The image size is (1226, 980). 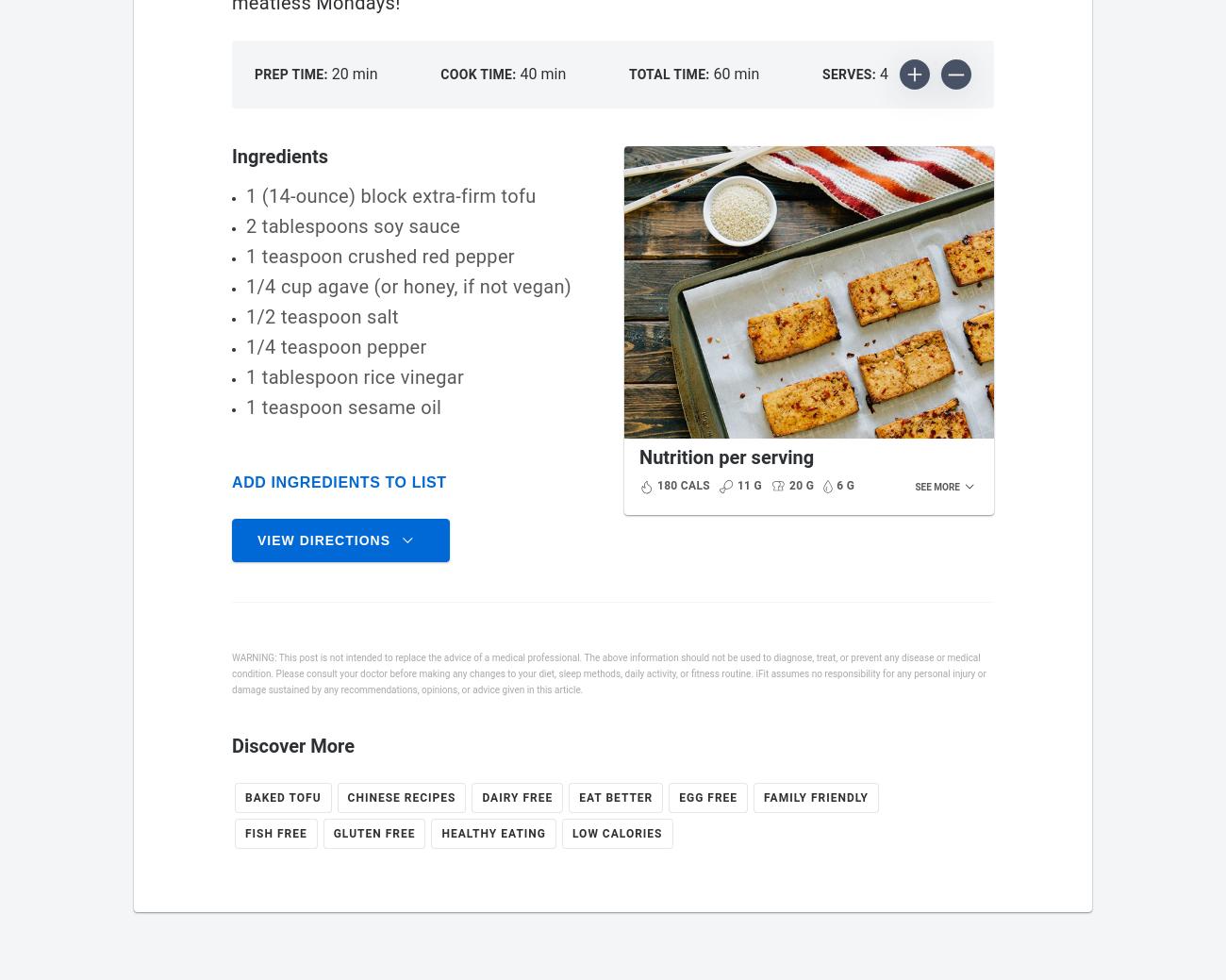 What do you see at coordinates (956, 749) in the screenshot?
I see `'7'` at bounding box center [956, 749].